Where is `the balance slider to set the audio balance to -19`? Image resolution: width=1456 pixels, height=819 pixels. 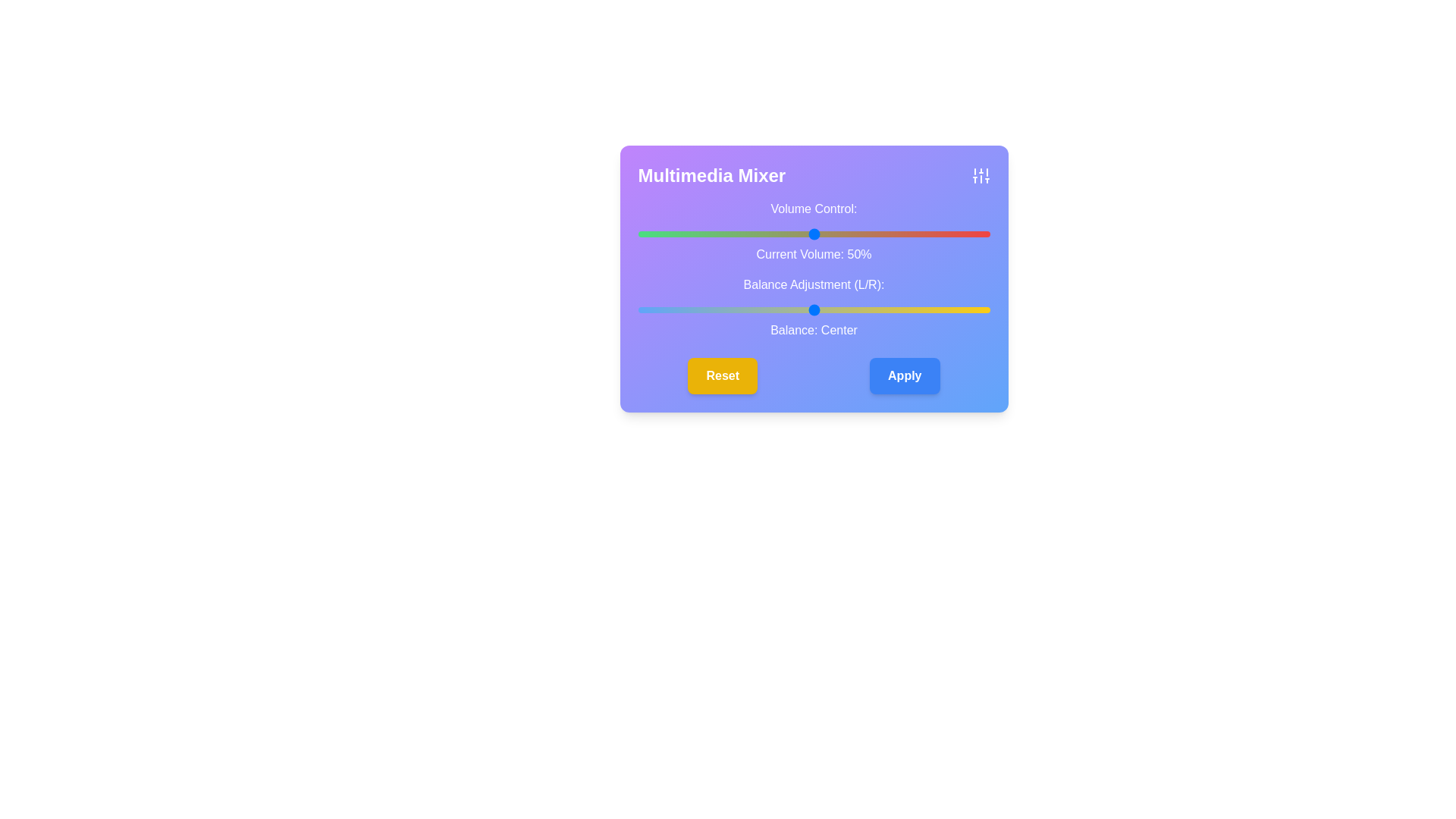
the balance slider to set the audio balance to -19 is located at coordinates (747, 309).